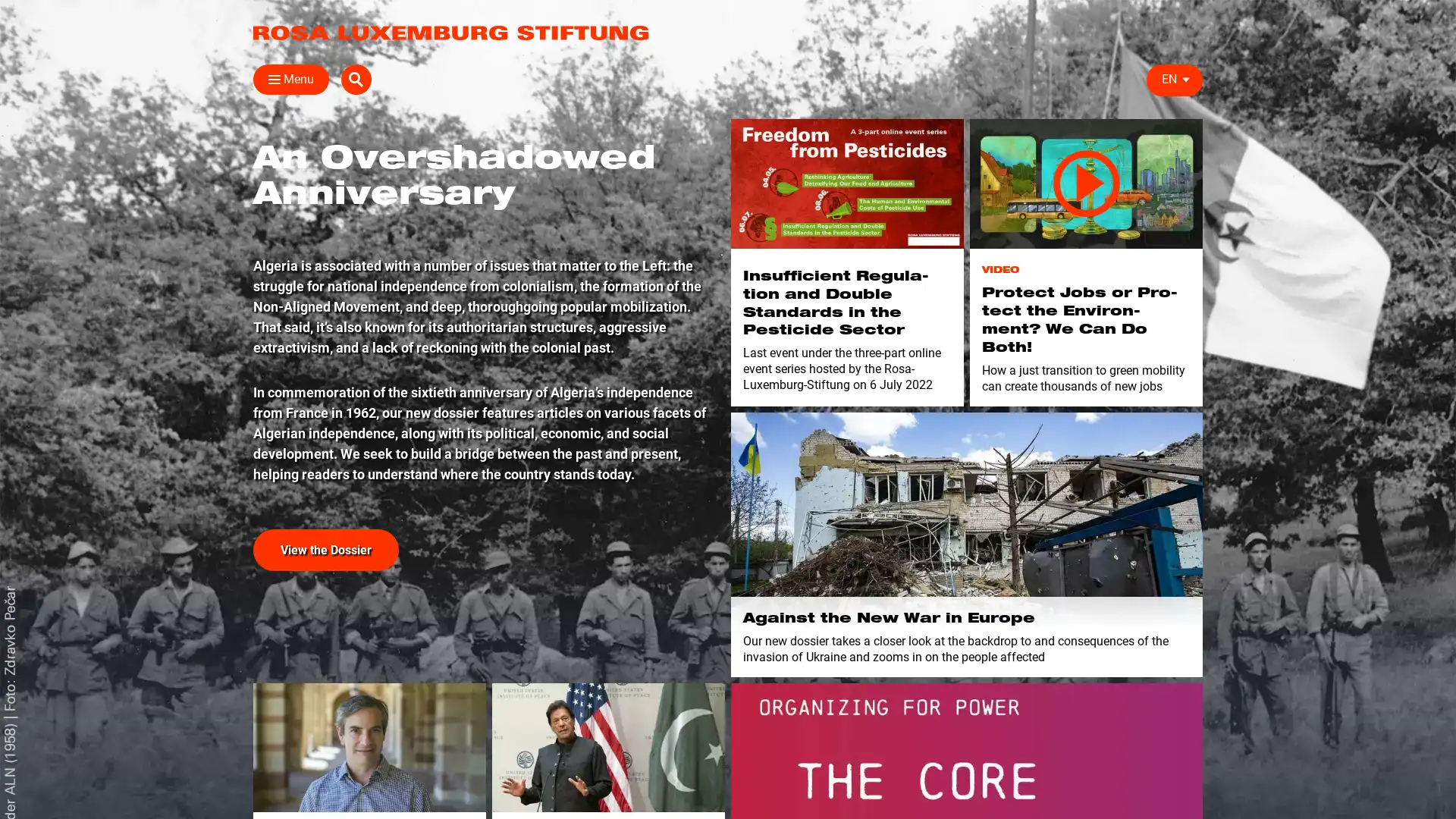  What do you see at coordinates (483, 203) in the screenshot?
I see `Show more / less` at bounding box center [483, 203].